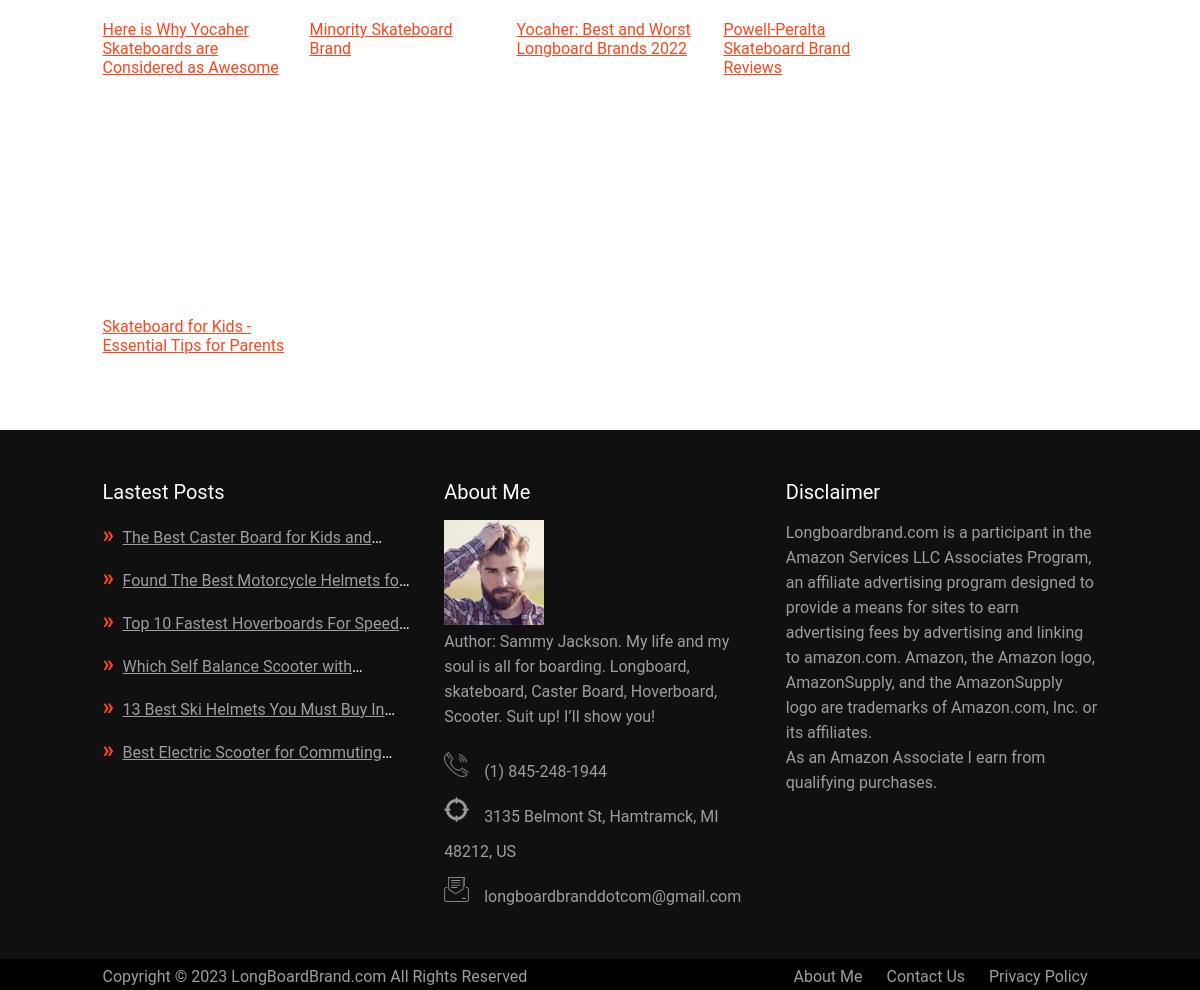 Image resolution: width=1200 pixels, height=990 pixels. Describe the element at coordinates (784, 631) in the screenshot. I see `'Longboardbrand.com is a participant in the Amazon Services LLC Associates Program, an affiliate advertising program designed to provide a means for sites to earn advertising fees by advertising and linking to amazon.com. Amazon, the Amazon logo, AmazonSupply, and the AmazonSupply logo are trademarks of Amazon.com, Inc. or its affiliates.'` at that location.